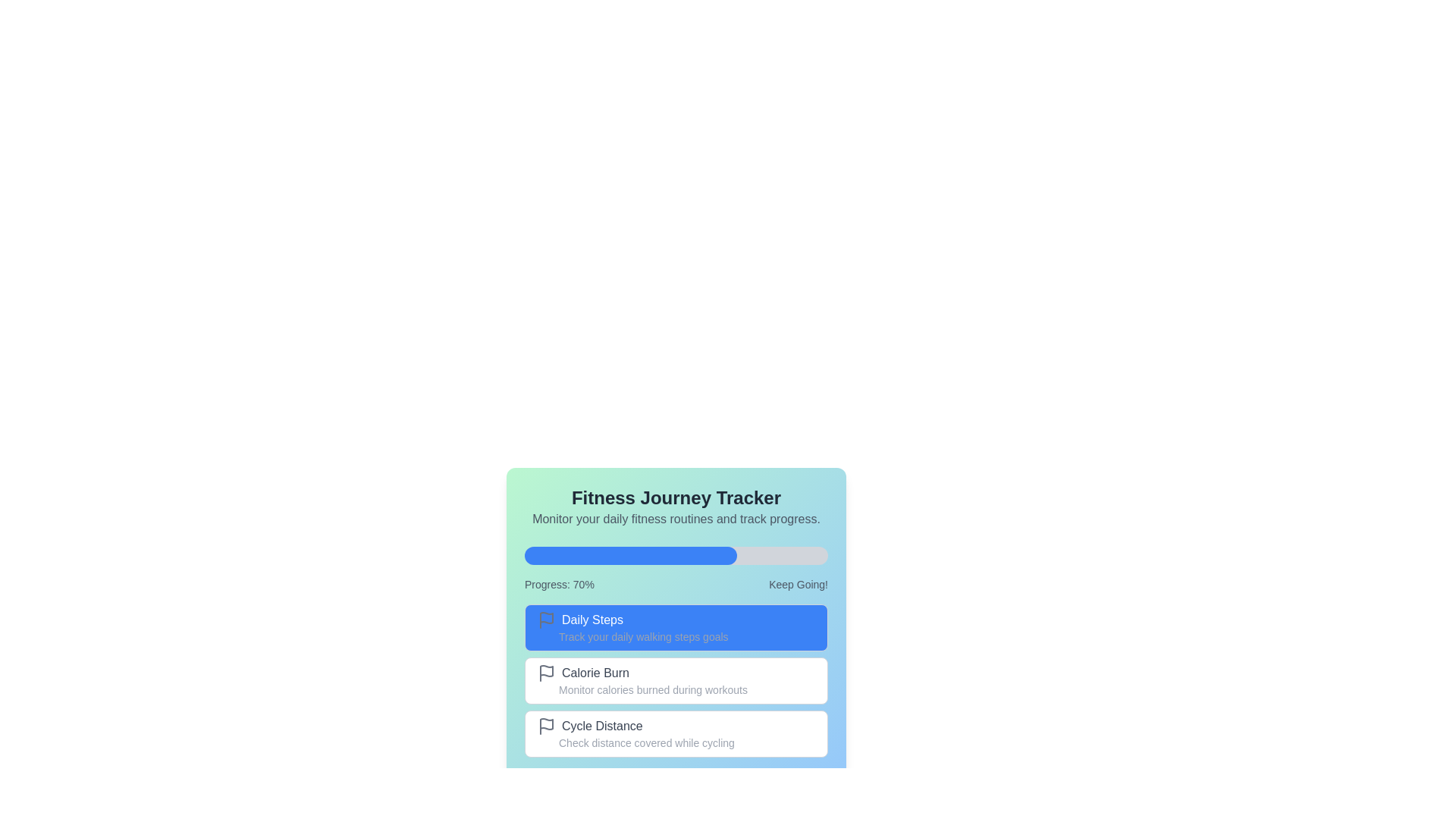 The height and width of the screenshot is (819, 1456). I want to click on the text block titled 'Fitness Journey Tracker', which provides information on monitoring daily fitness routines and tracking progress, so click(676, 507).